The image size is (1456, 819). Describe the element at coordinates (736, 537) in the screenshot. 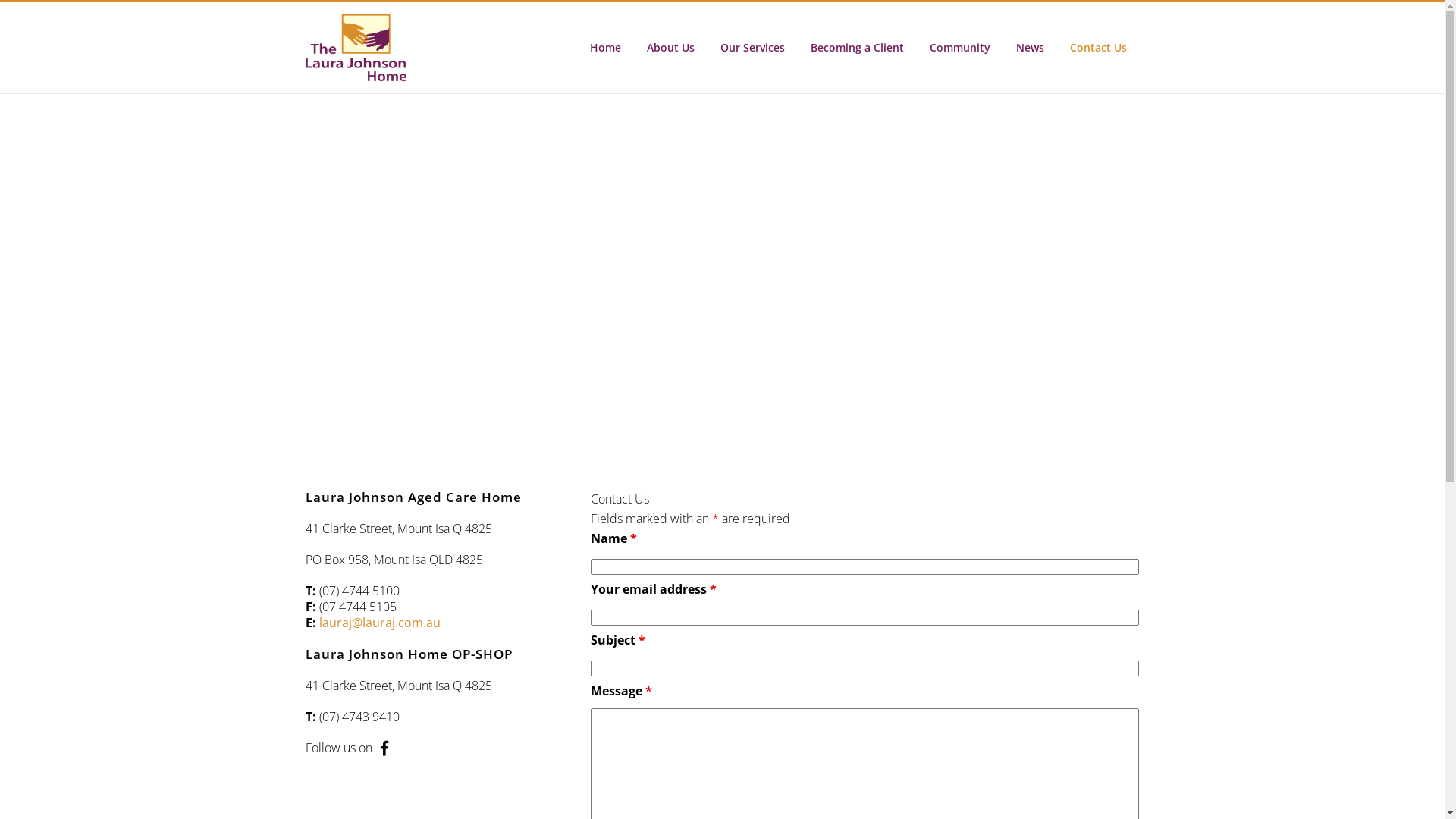

I see `'Our Services'` at that location.